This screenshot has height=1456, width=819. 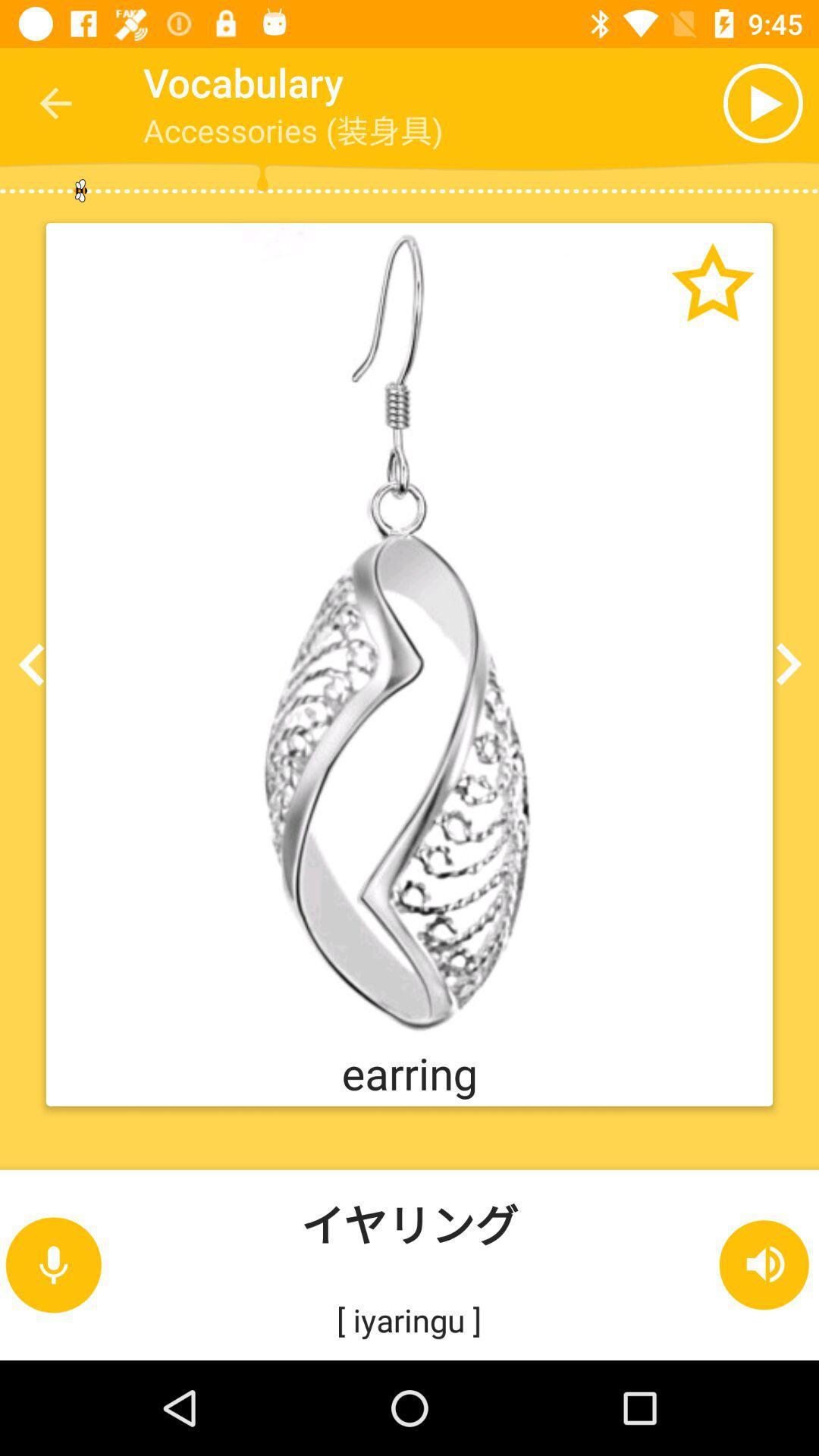 I want to click on the microphone icon, so click(x=52, y=1265).